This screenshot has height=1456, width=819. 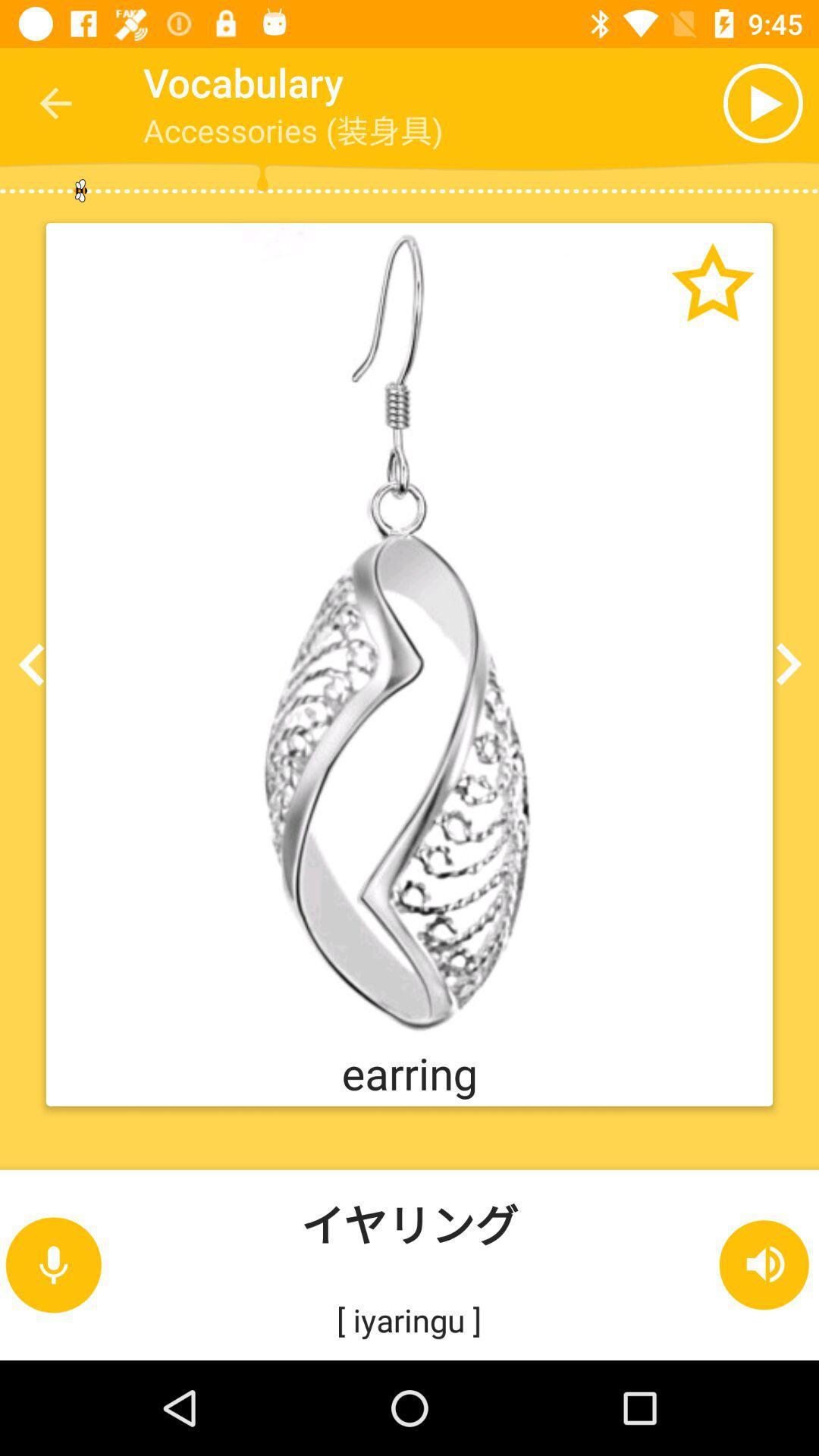 I want to click on the microphone icon, so click(x=52, y=1265).